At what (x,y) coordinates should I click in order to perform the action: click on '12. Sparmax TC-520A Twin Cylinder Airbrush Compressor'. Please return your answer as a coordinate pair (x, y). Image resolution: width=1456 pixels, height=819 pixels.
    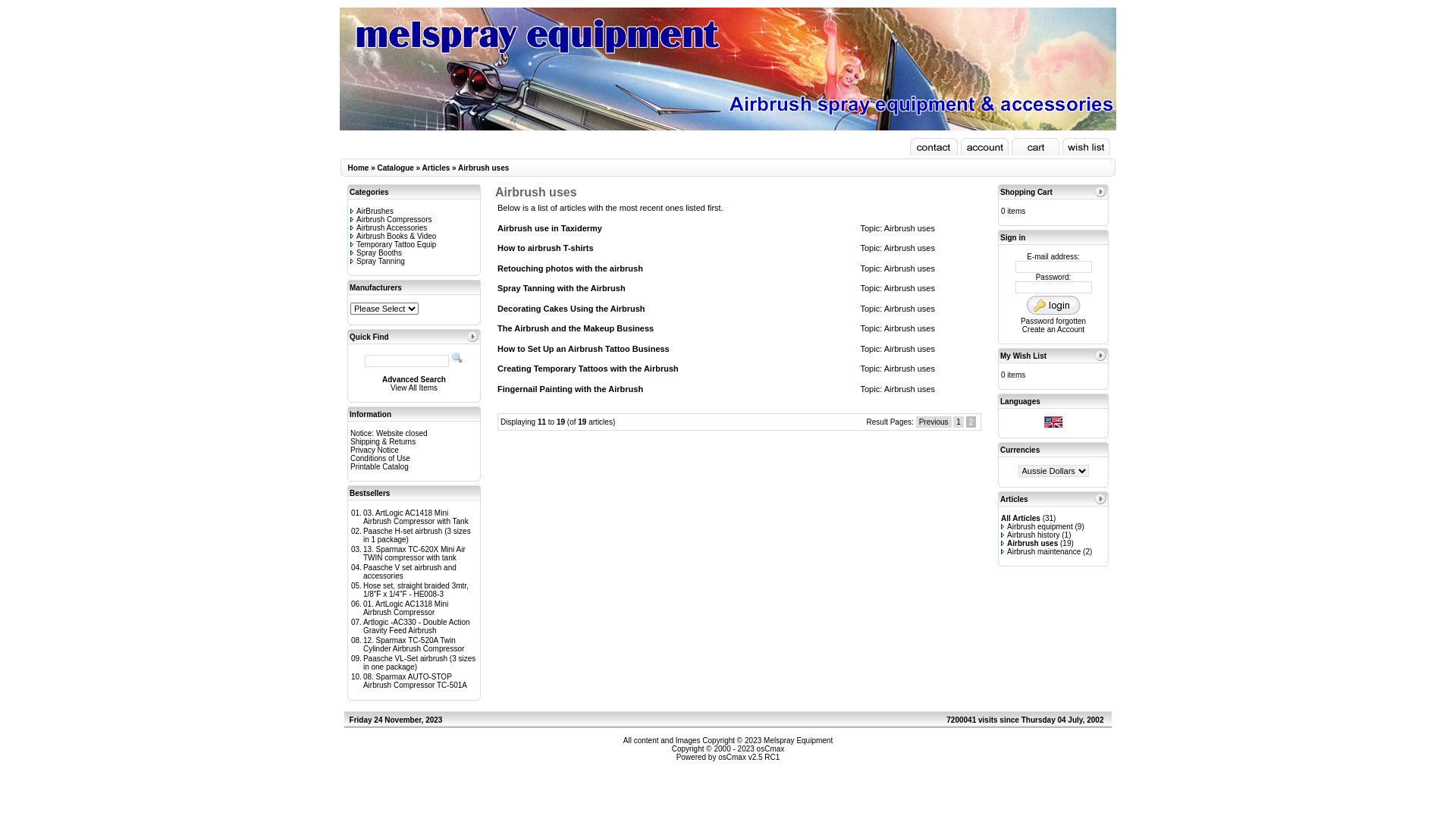
    Looking at the image, I should click on (413, 644).